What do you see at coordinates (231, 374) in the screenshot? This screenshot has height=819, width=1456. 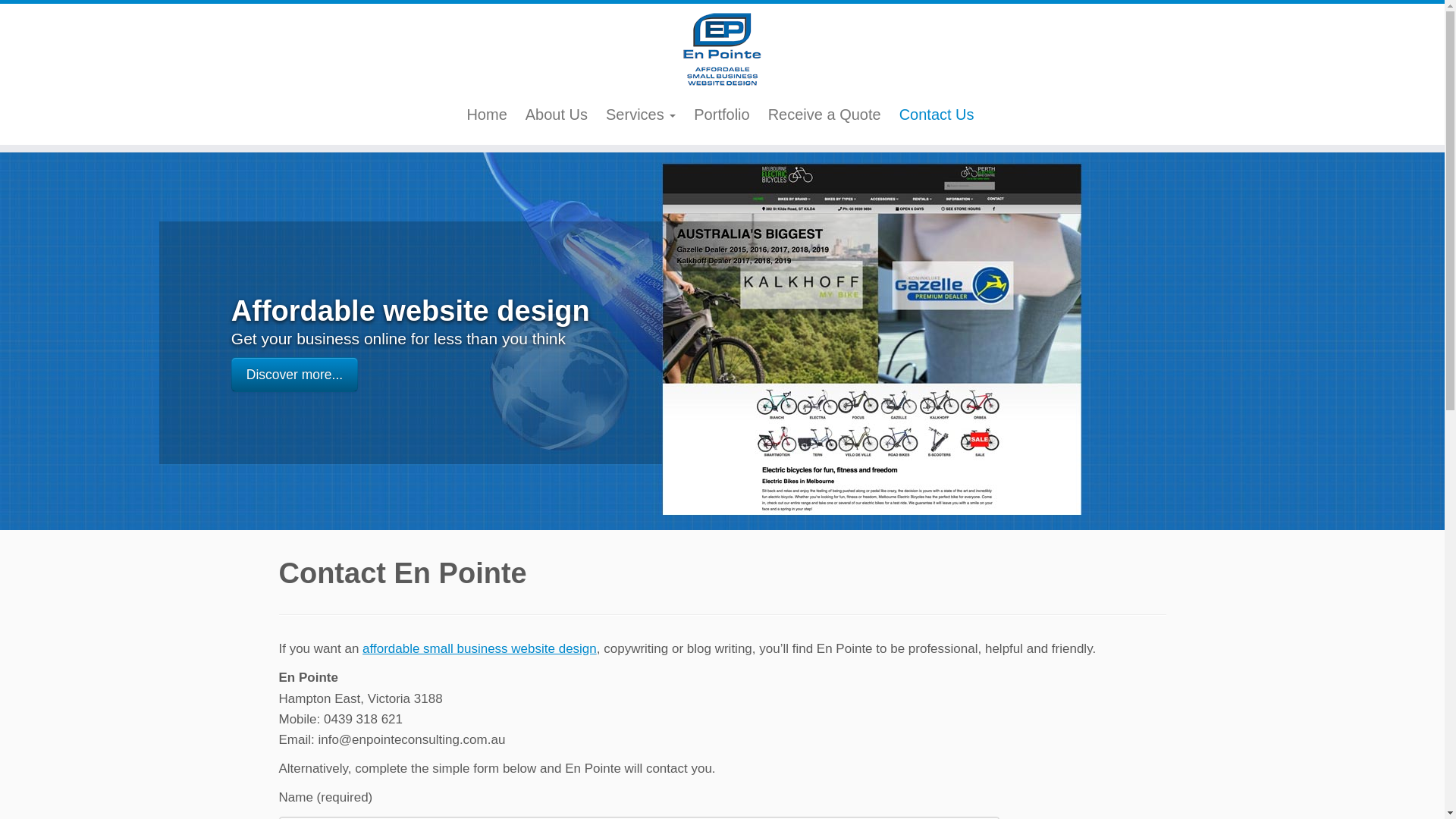 I see `'Discover more...'` at bounding box center [231, 374].